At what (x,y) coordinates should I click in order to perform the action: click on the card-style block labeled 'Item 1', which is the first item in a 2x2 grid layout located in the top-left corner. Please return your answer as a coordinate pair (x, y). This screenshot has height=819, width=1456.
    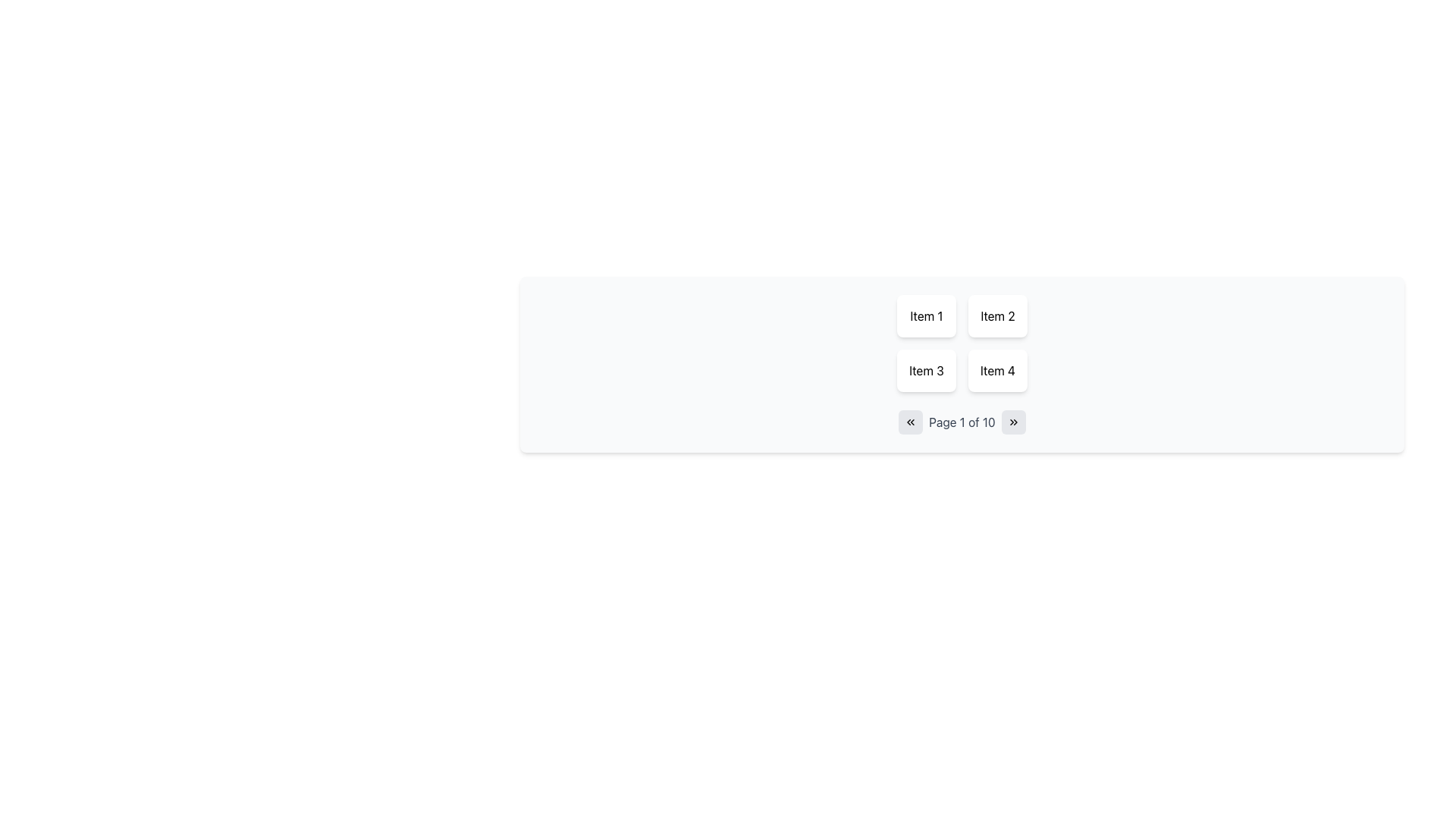
    Looking at the image, I should click on (926, 315).